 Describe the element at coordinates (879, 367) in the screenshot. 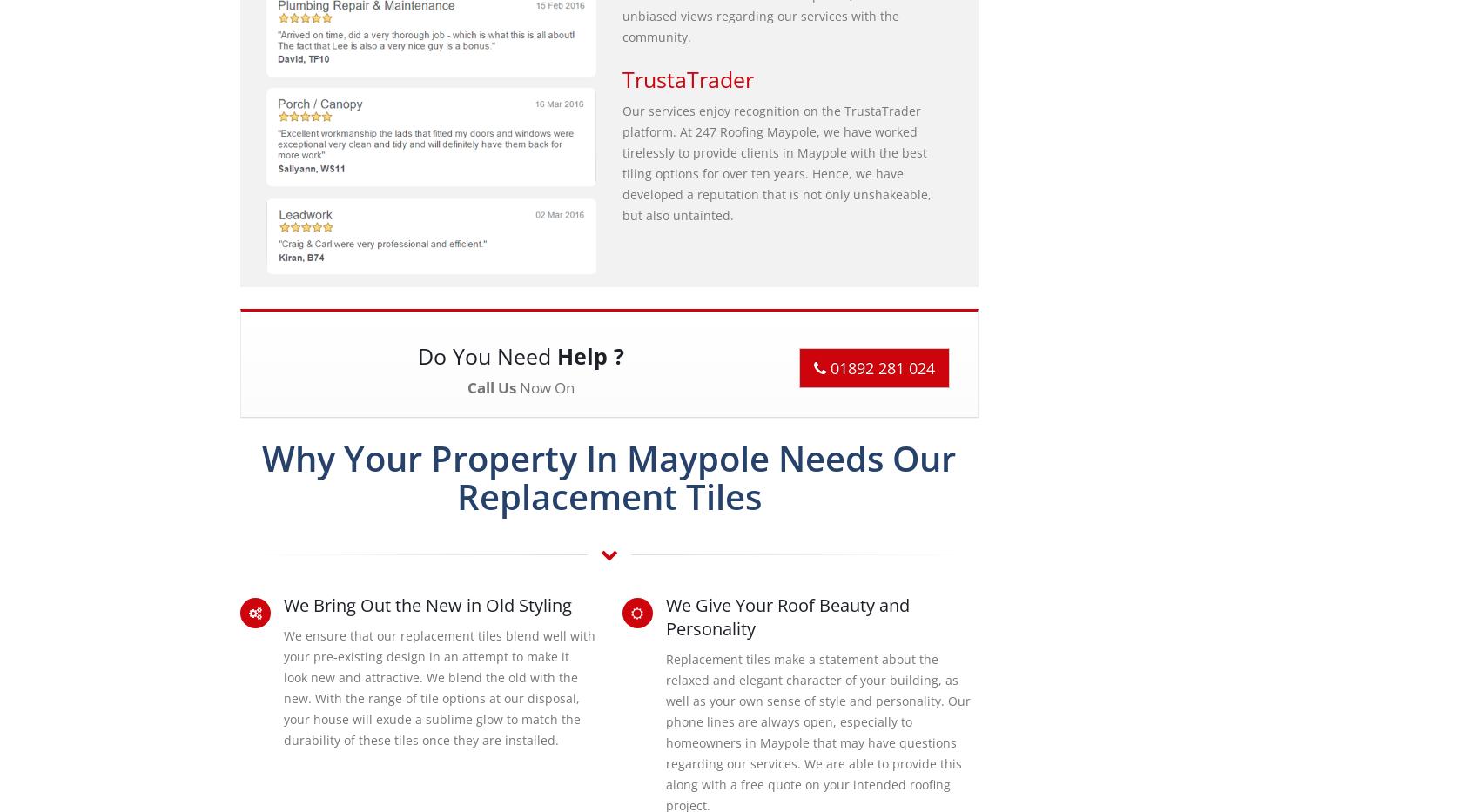

I see `'01892 281 024'` at that location.